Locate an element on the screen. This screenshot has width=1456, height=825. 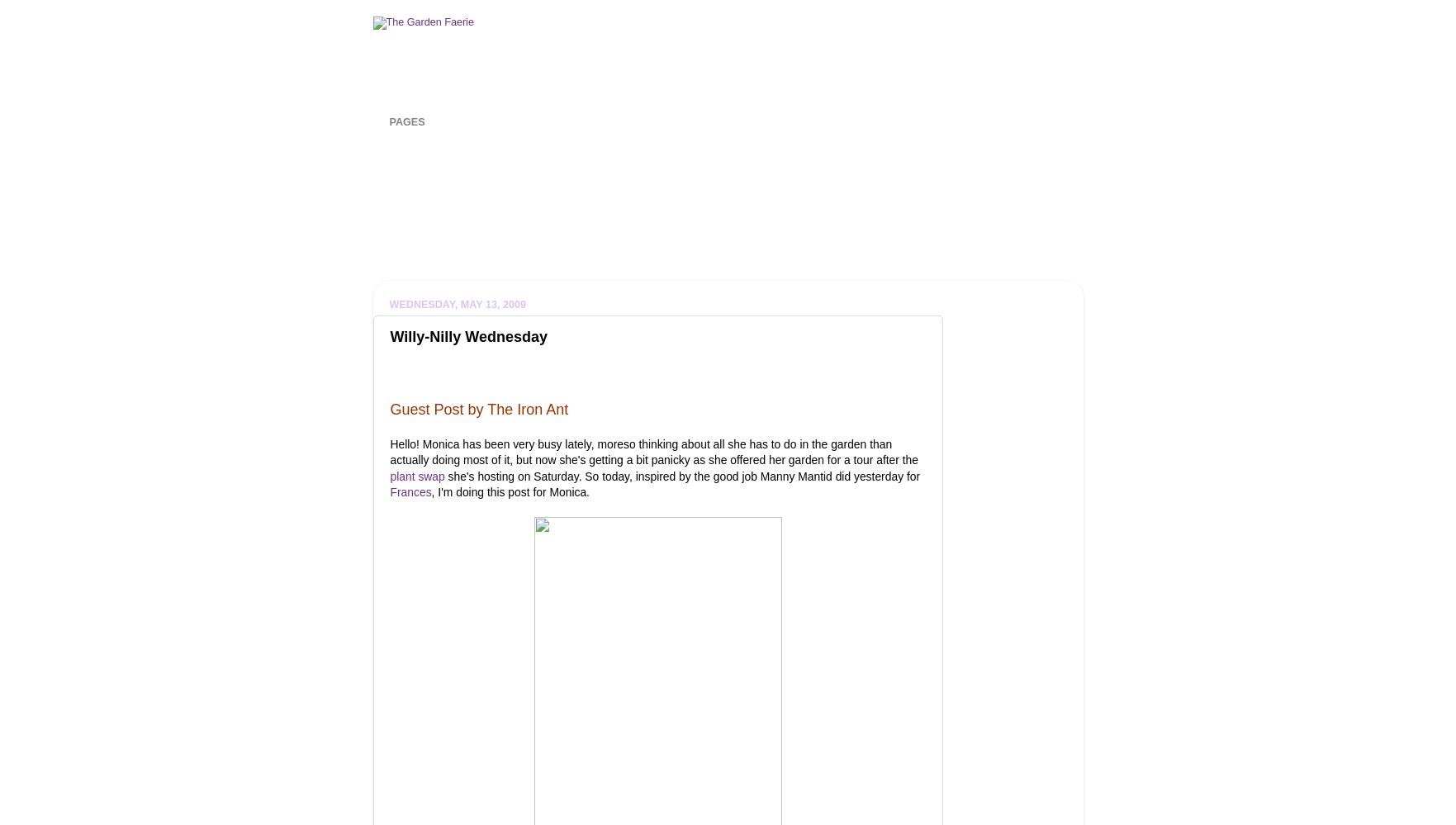
'Wednesday, May 13, 2009' is located at coordinates (389, 304).